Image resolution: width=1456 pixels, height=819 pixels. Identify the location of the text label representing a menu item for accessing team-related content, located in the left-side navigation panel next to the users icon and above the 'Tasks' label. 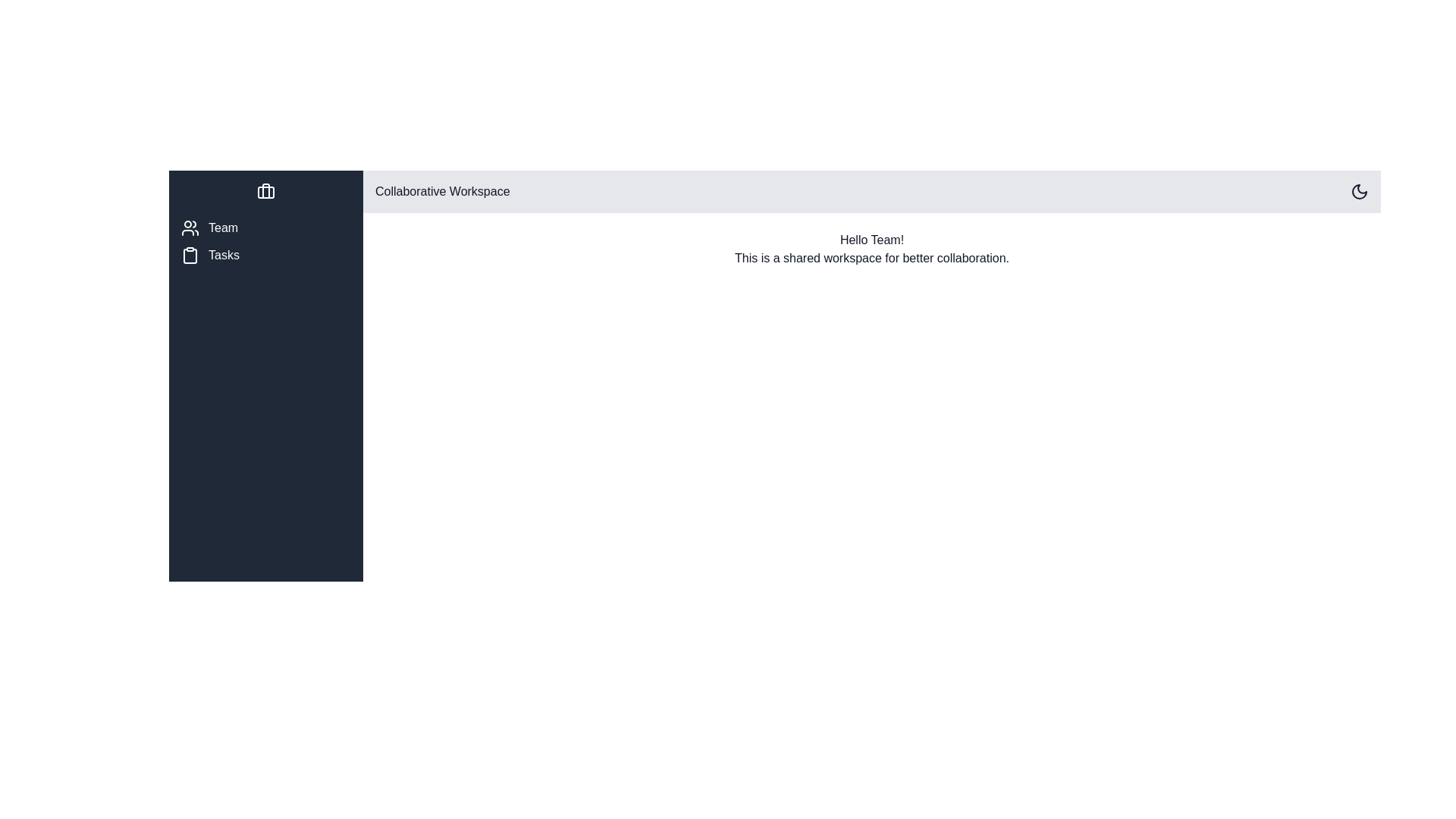
(222, 227).